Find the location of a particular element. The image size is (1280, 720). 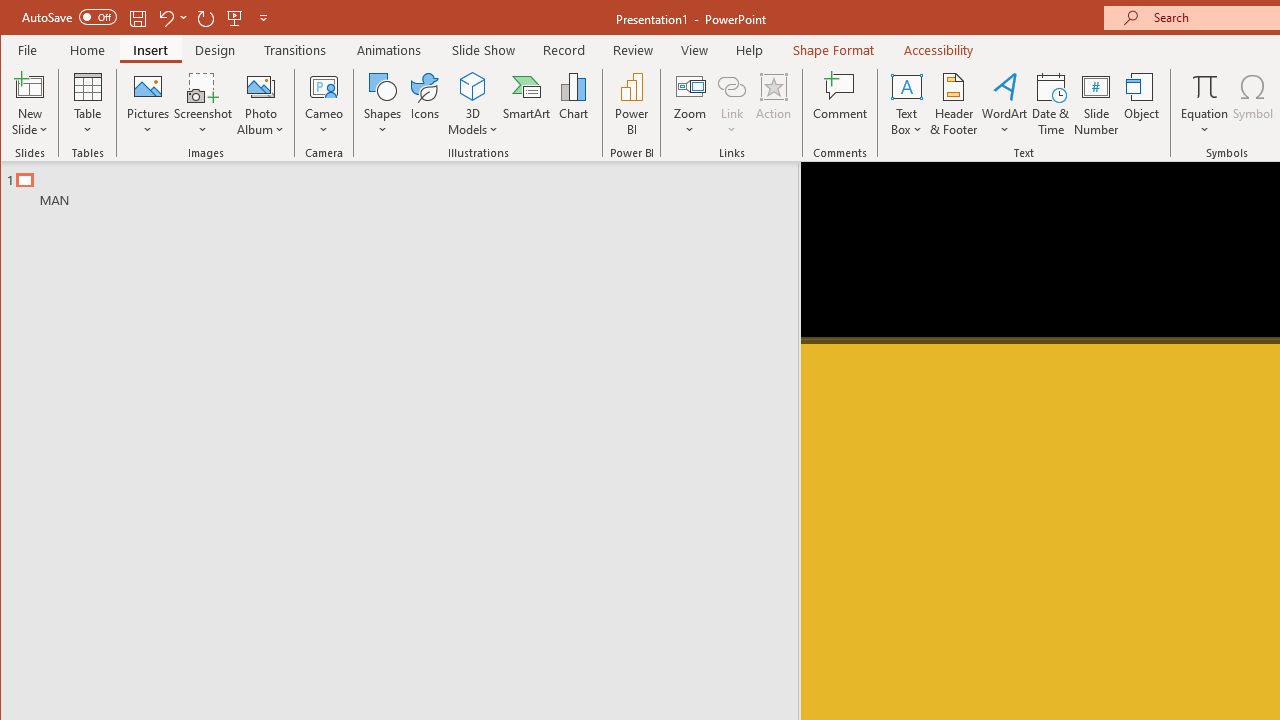

'Icons' is located at coordinates (423, 104).